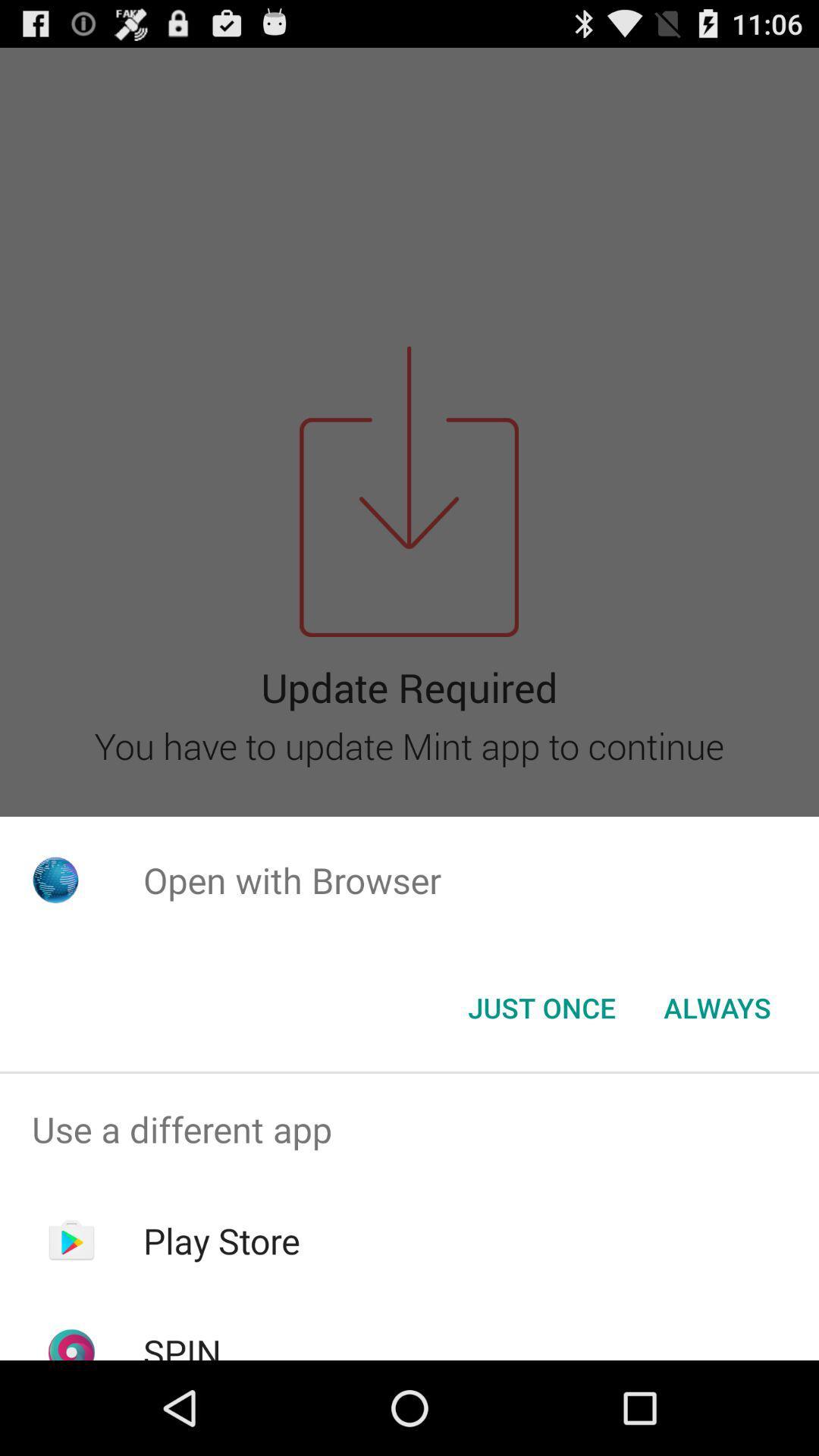 This screenshot has width=819, height=1456. I want to click on the item next to always button, so click(541, 1008).